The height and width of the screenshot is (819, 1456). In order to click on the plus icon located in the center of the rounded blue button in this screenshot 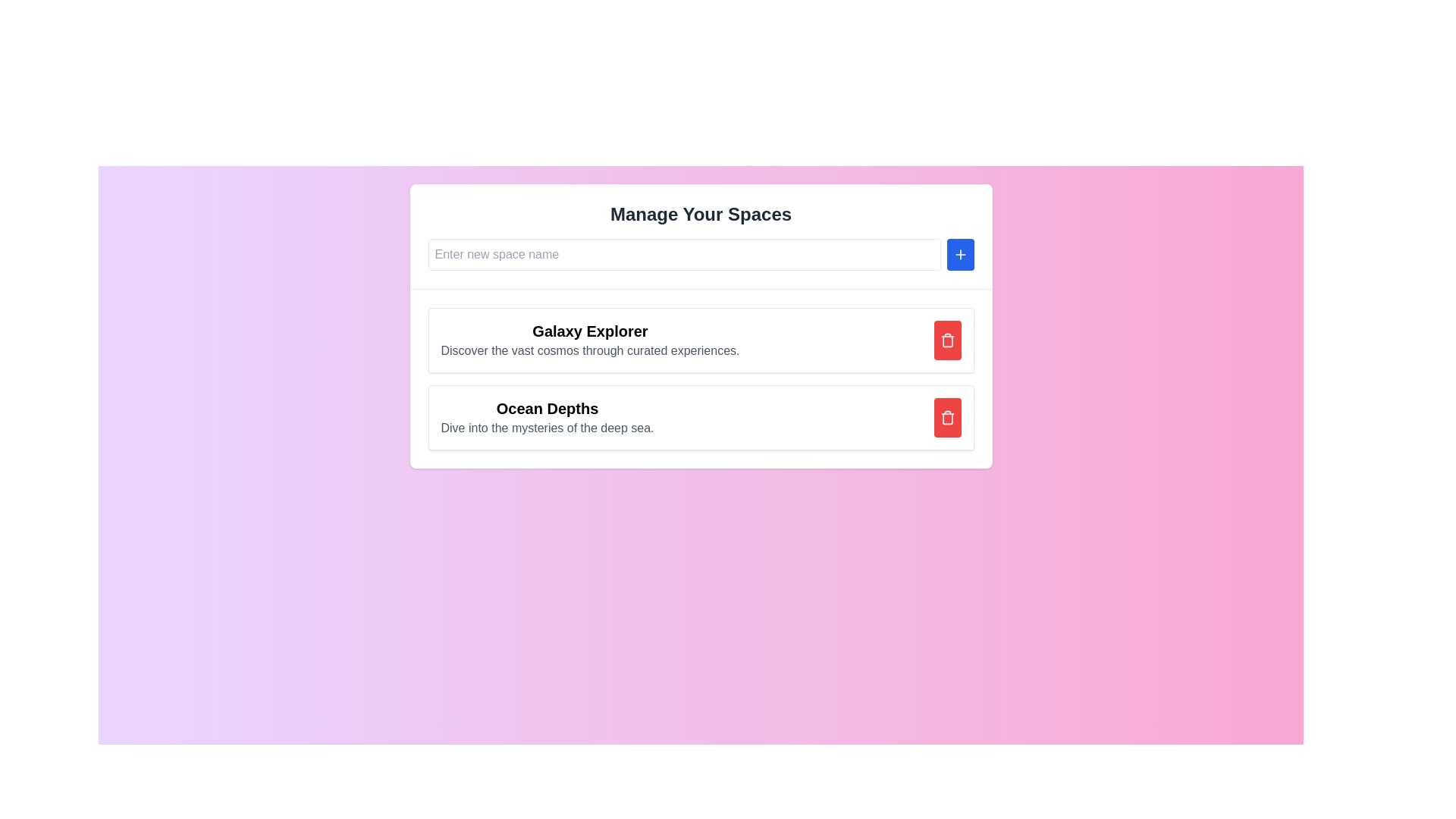, I will do `click(959, 253)`.